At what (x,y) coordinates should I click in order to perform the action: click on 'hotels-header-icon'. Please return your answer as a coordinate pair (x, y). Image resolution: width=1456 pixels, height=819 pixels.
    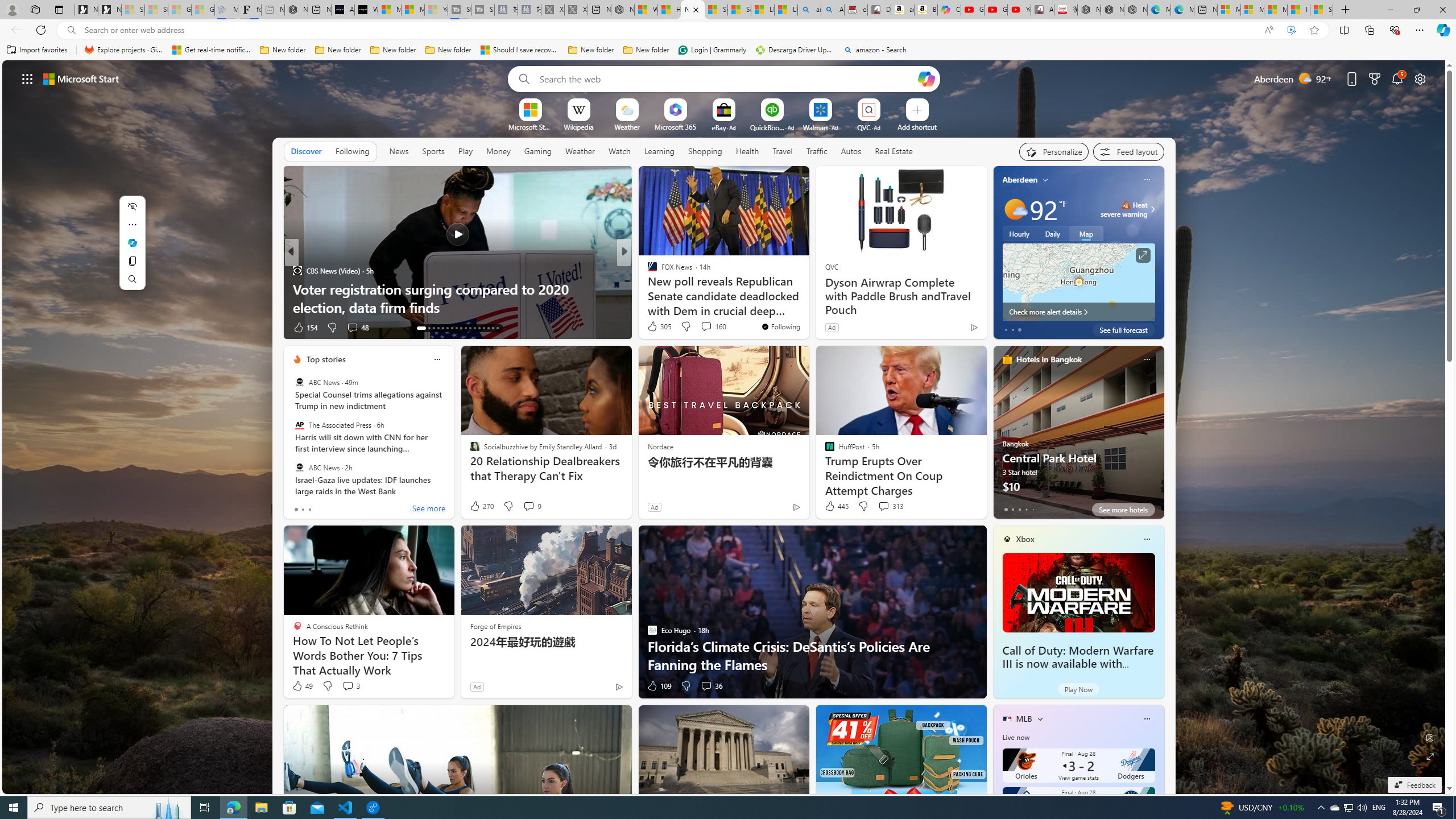
    Looking at the image, I should click on (1006, 359).